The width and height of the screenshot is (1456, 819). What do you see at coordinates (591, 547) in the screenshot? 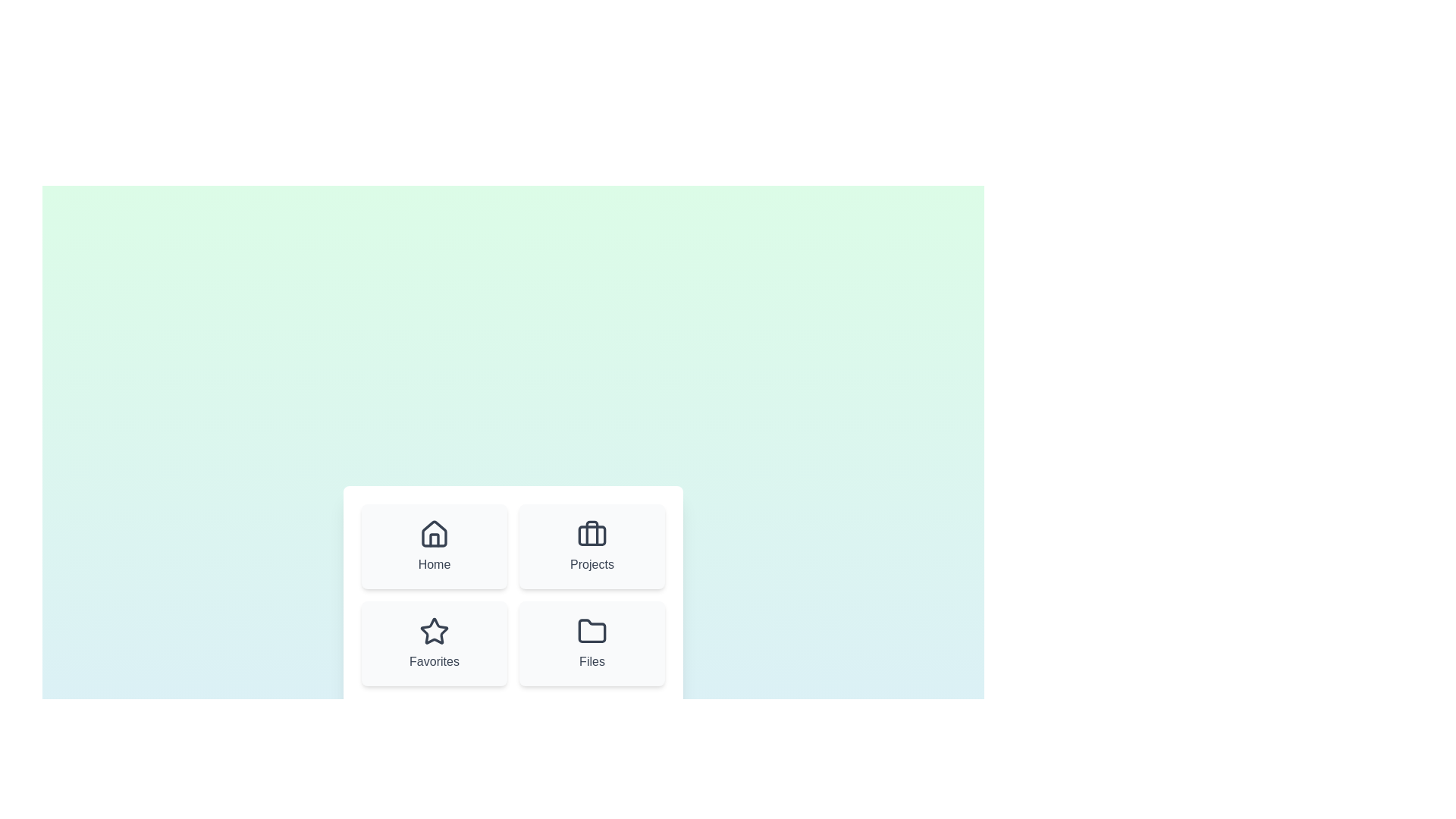
I see `the menu item labeled Projects to activate it` at bounding box center [591, 547].